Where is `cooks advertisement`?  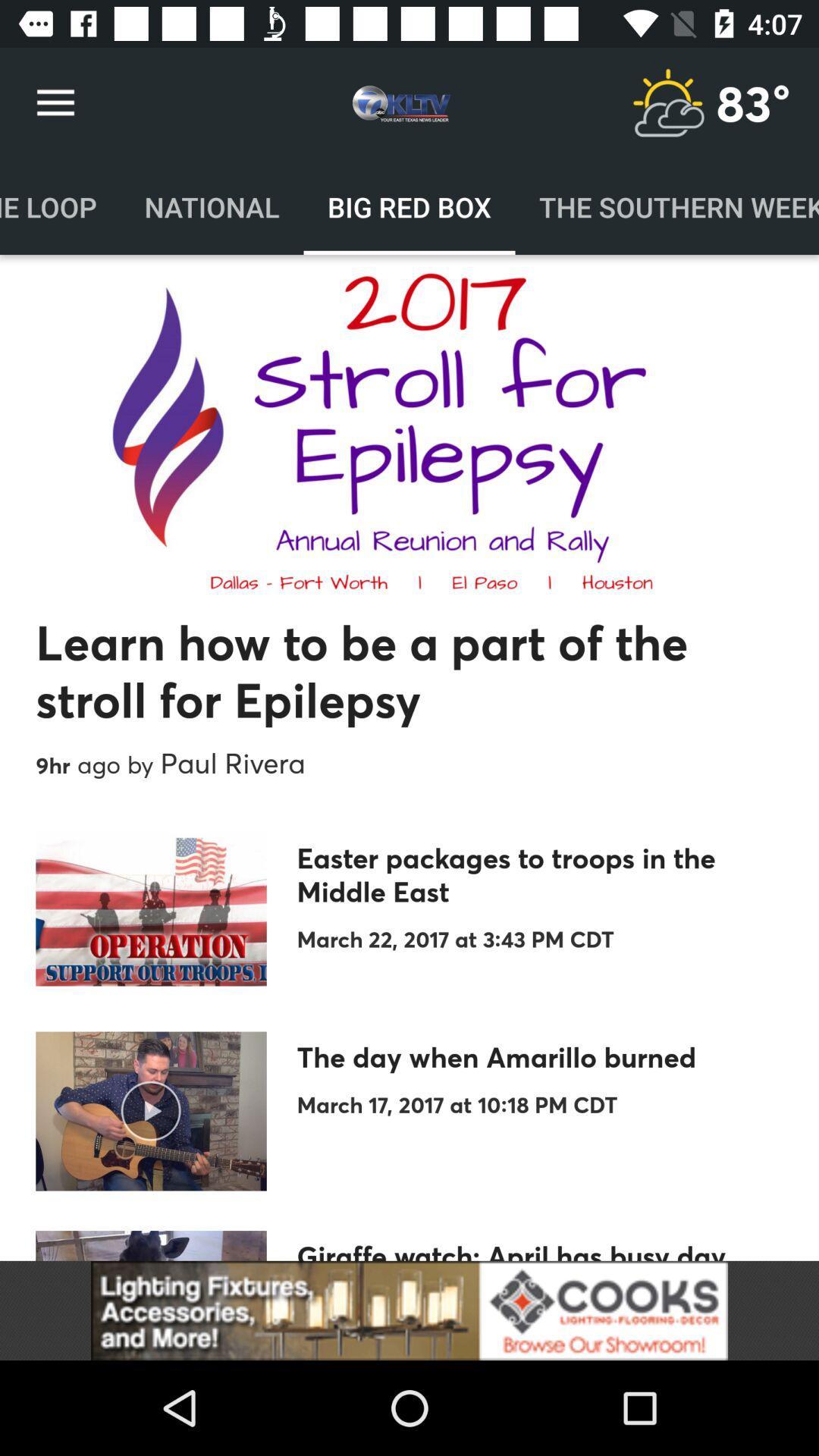
cooks advertisement is located at coordinates (409, 1310).